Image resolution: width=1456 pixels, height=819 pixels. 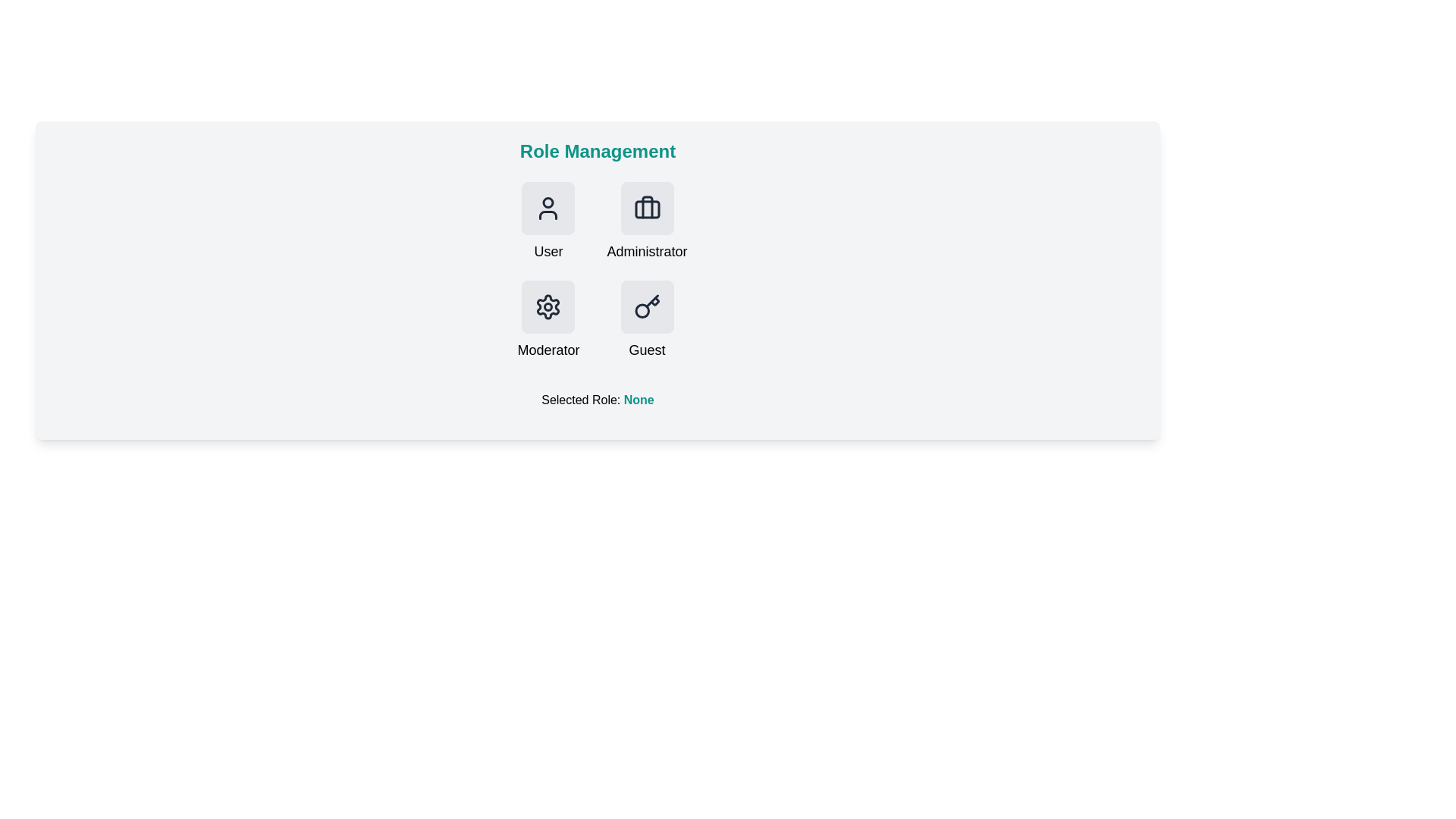 What do you see at coordinates (548, 307) in the screenshot?
I see `the decorative circle element within the gear icon, which signifies mechanical functionality in the settings-related interface` at bounding box center [548, 307].